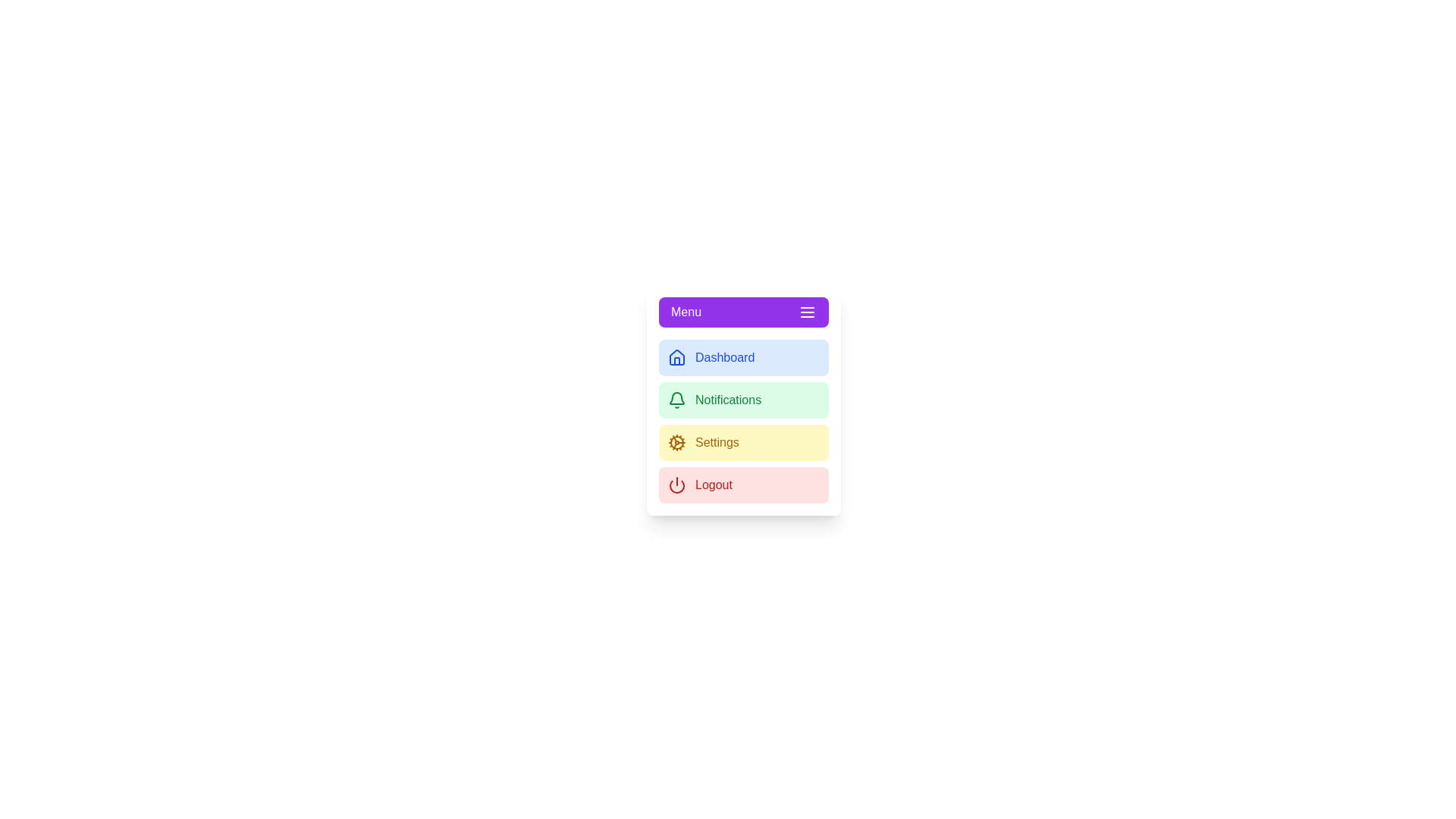 This screenshot has height=819, width=1456. What do you see at coordinates (676, 400) in the screenshot?
I see `the icon of the menu item Notifications to inspect it` at bounding box center [676, 400].